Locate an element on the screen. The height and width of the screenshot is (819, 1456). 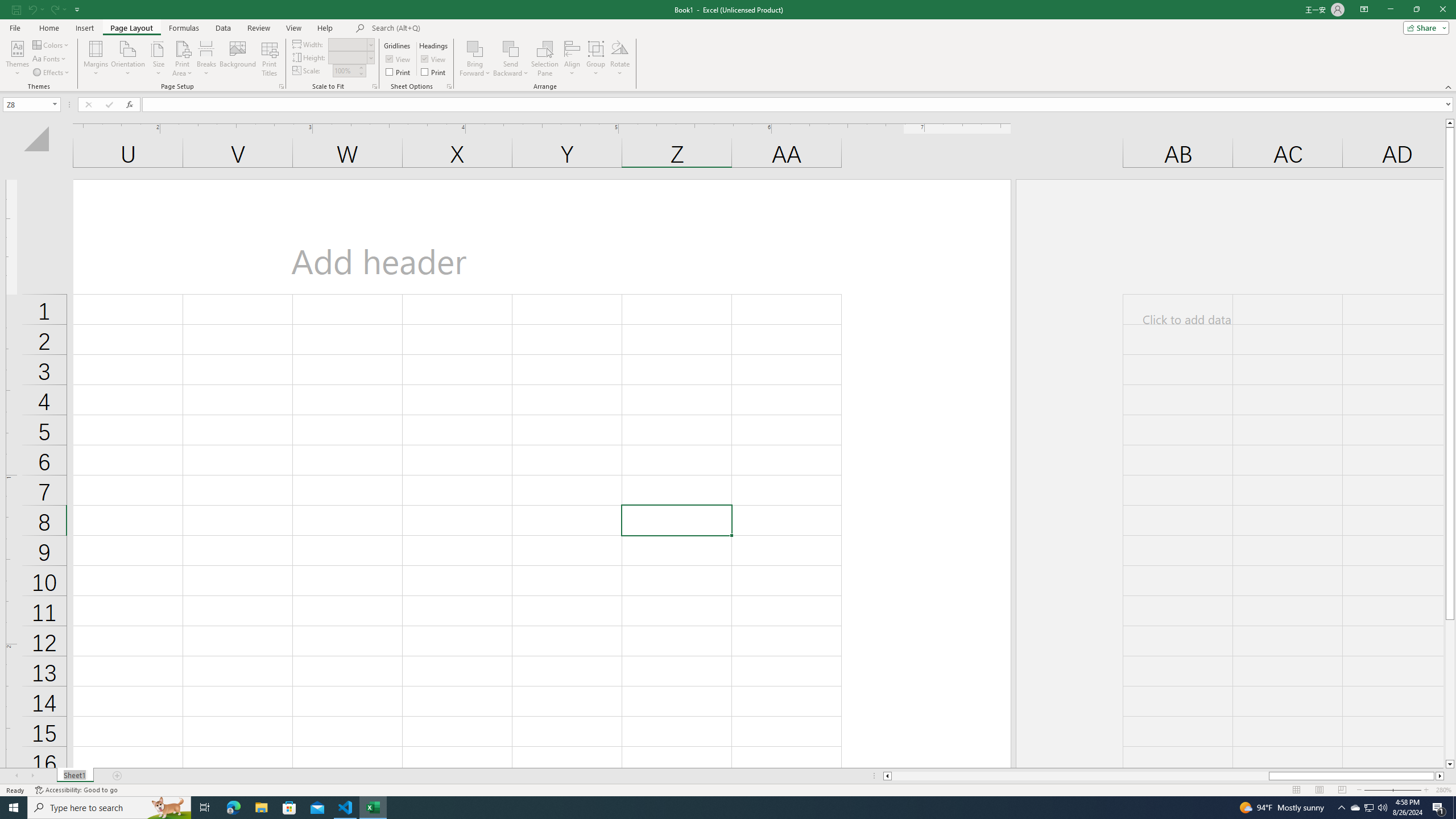
'Sheet Tab' is located at coordinates (74, 775).